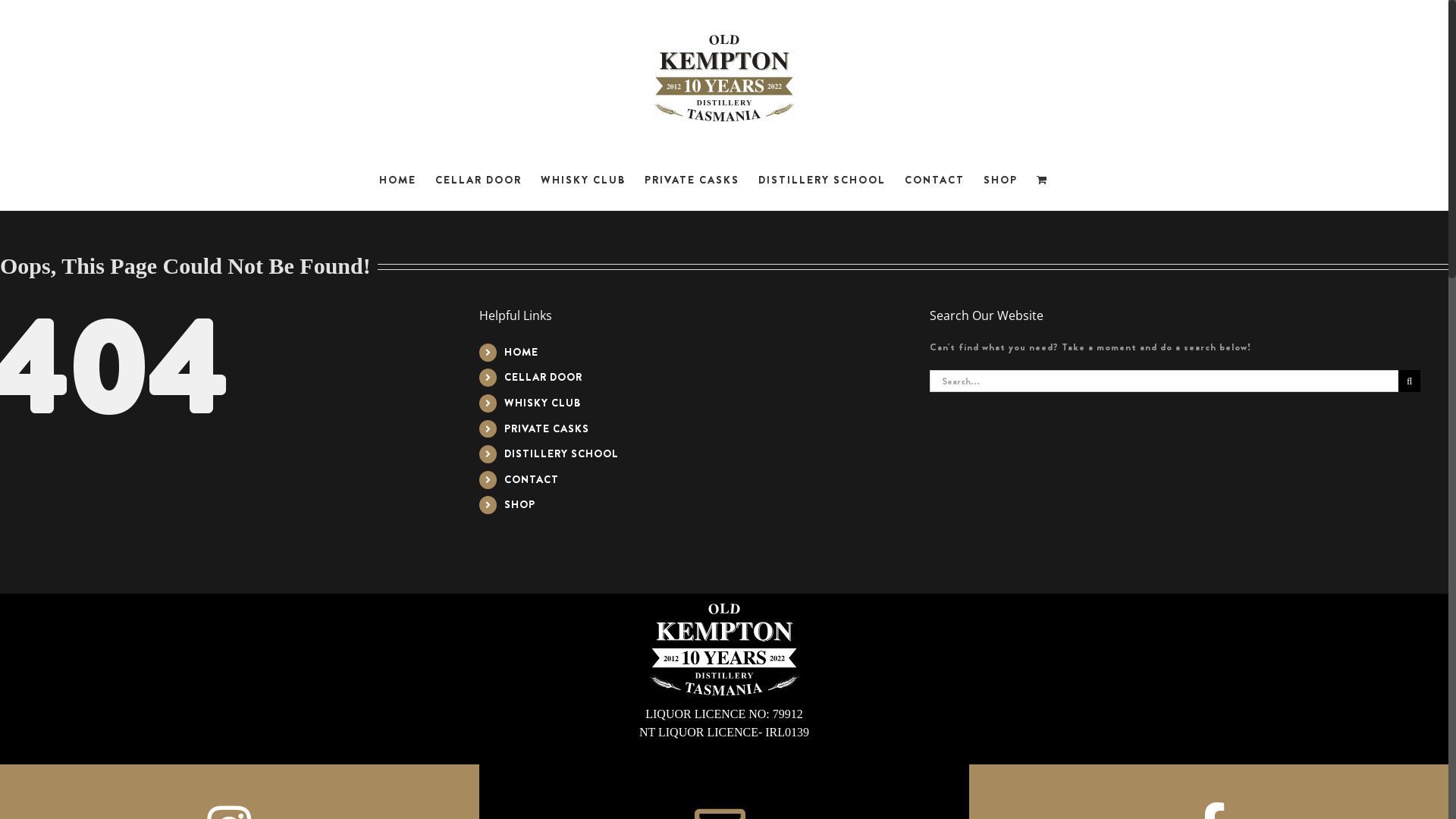 The image size is (1456, 819). Describe the element at coordinates (821, 178) in the screenshot. I see `'DISTILLERY SCHOOL'` at that location.